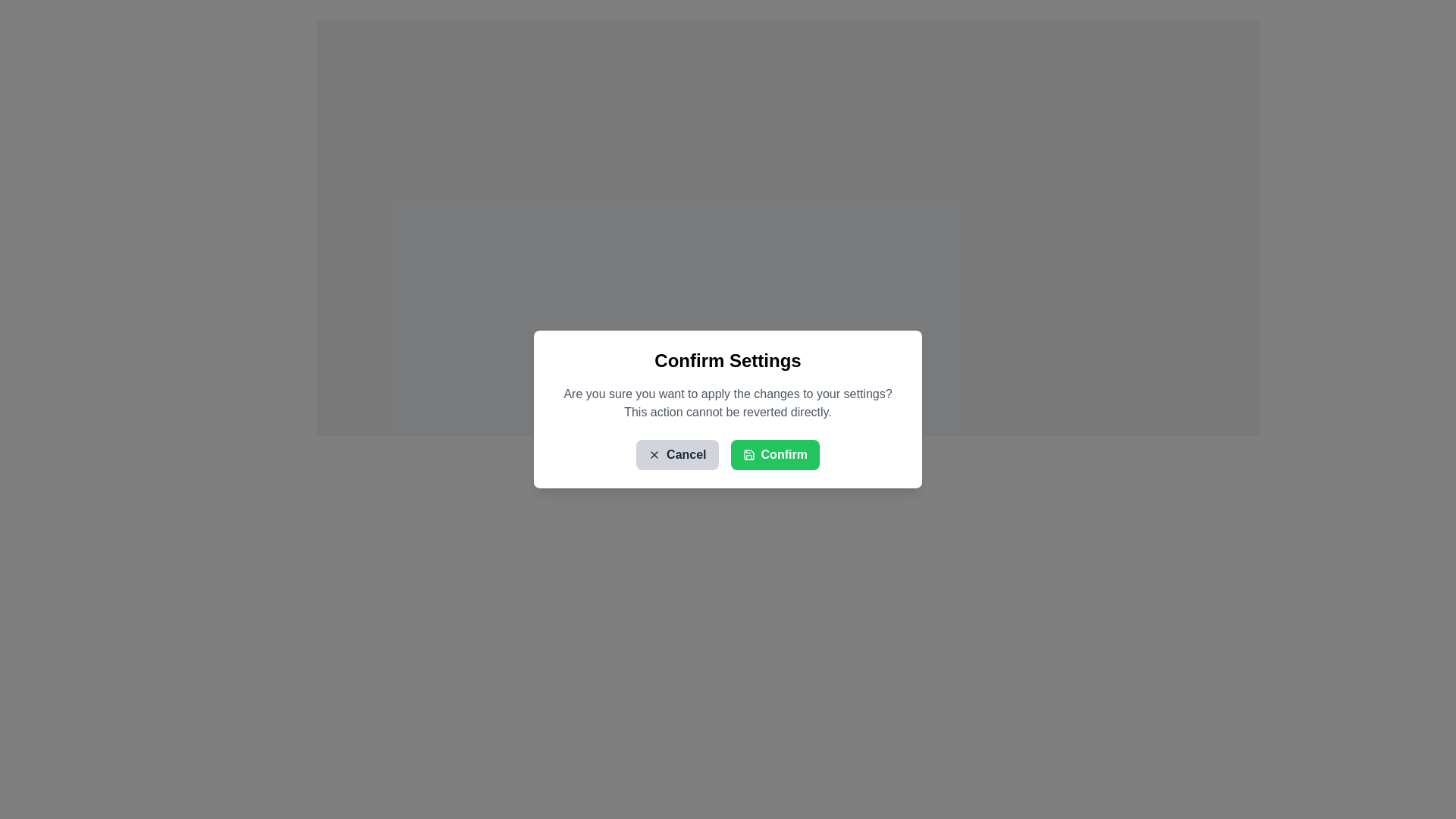 The image size is (1456, 819). I want to click on the Button Group located centrally within the modal dialog box, so click(728, 454).